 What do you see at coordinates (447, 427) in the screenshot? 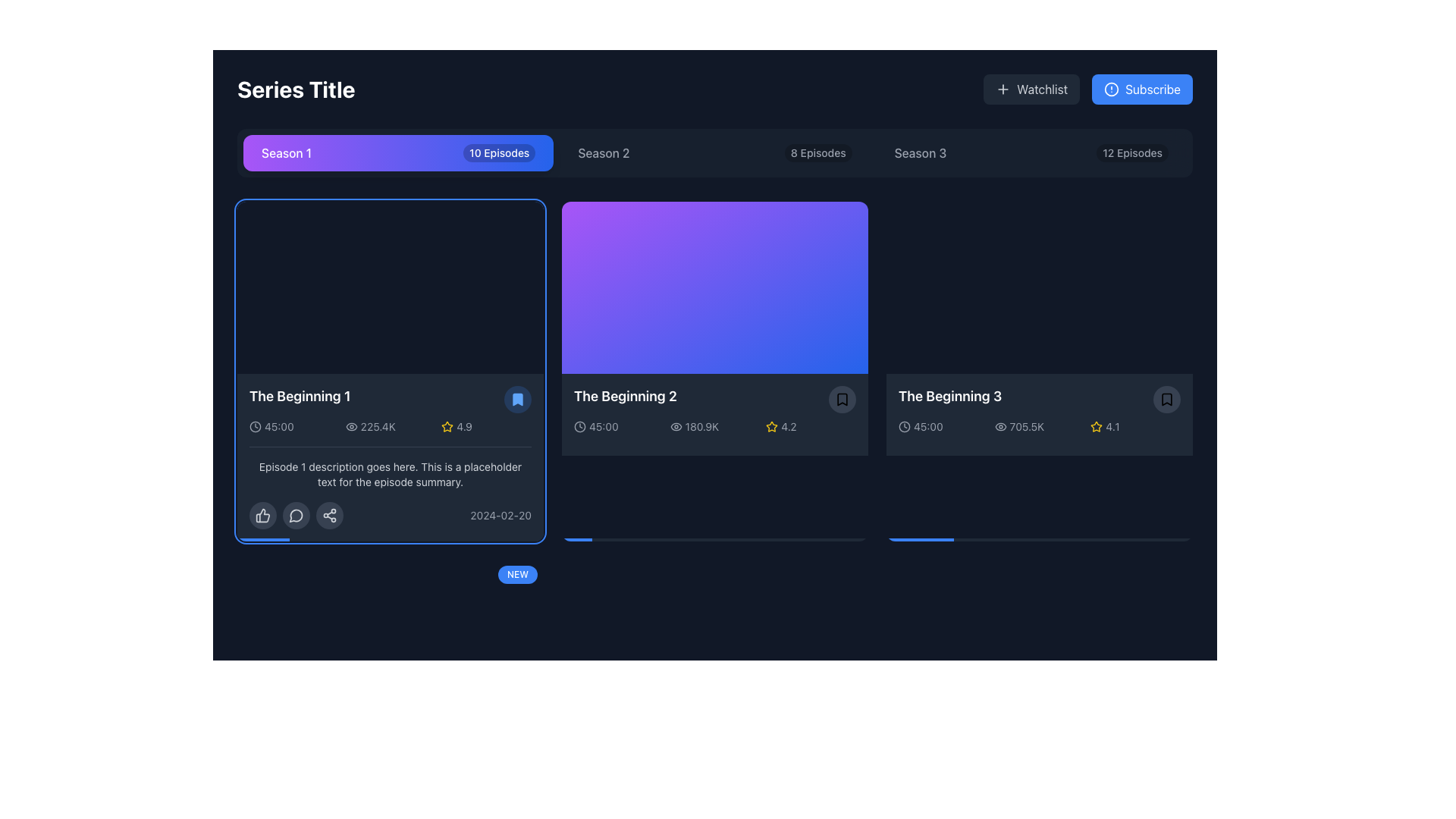
I see `the star-shaped icon with a yellow fill and black outline, which is positioned adjacent to the numeric rating '4.9' in the first card of the series list` at bounding box center [447, 427].